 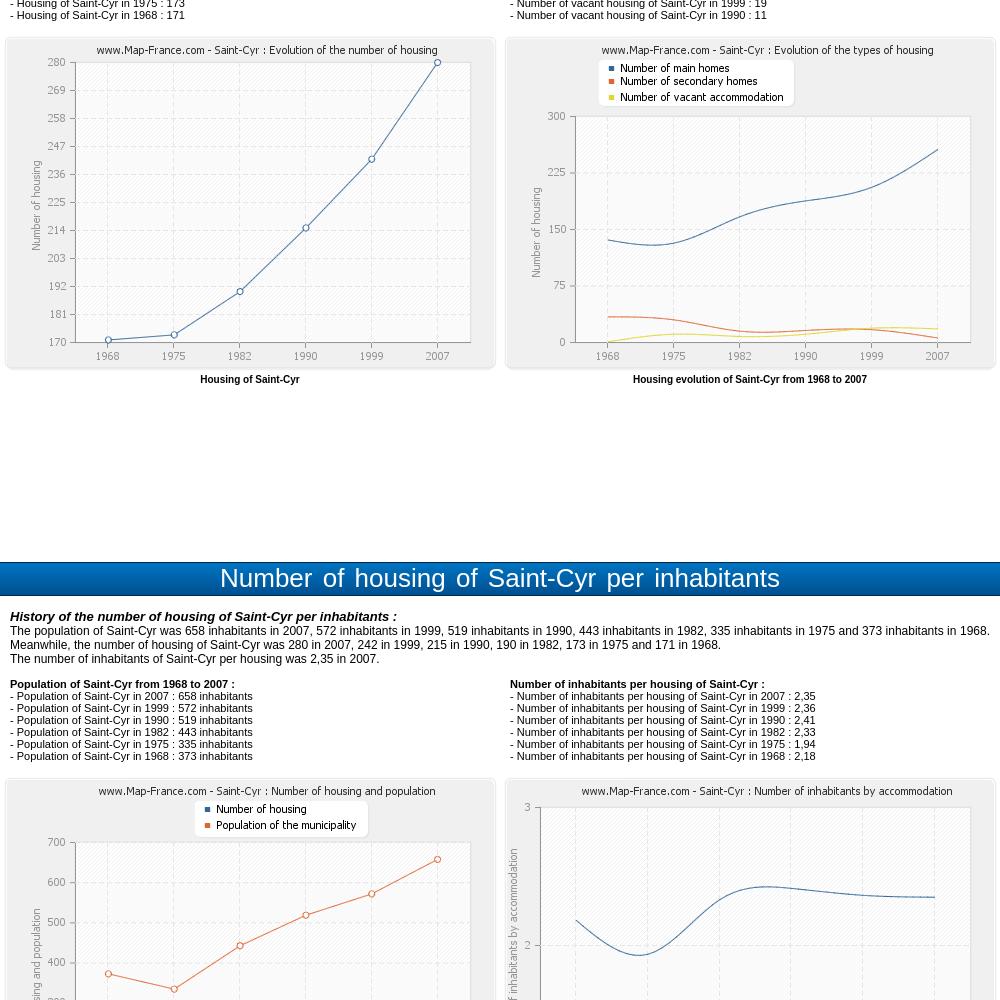 What do you see at coordinates (662, 695) in the screenshot?
I see `'- Number of inhabitants per housing of Saint-Cyr in 2007 : 2,35'` at bounding box center [662, 695].